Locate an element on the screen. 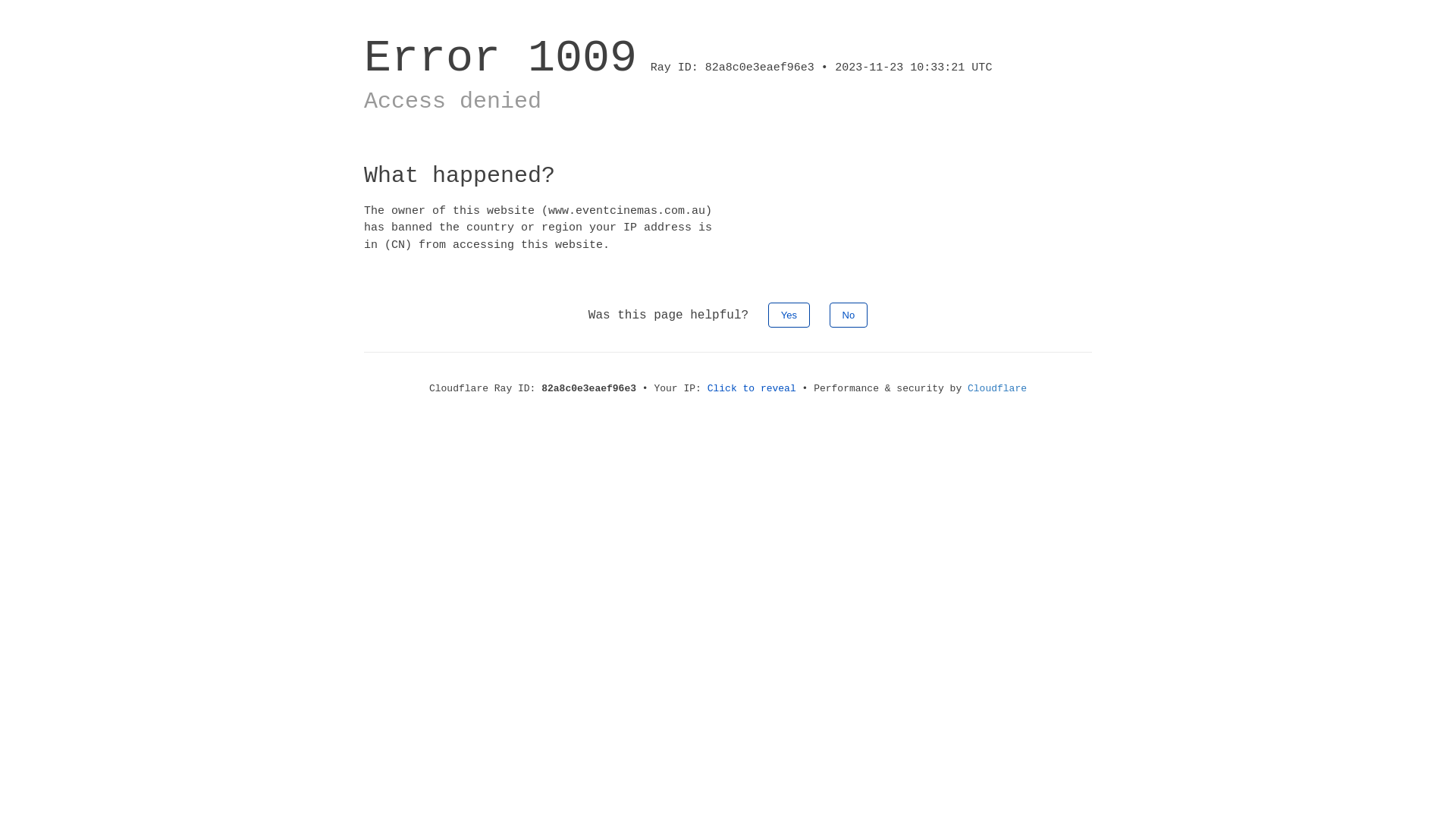 This screenshot has height=819, width=1456. 'Yes' is located at coordinates (767, 314).